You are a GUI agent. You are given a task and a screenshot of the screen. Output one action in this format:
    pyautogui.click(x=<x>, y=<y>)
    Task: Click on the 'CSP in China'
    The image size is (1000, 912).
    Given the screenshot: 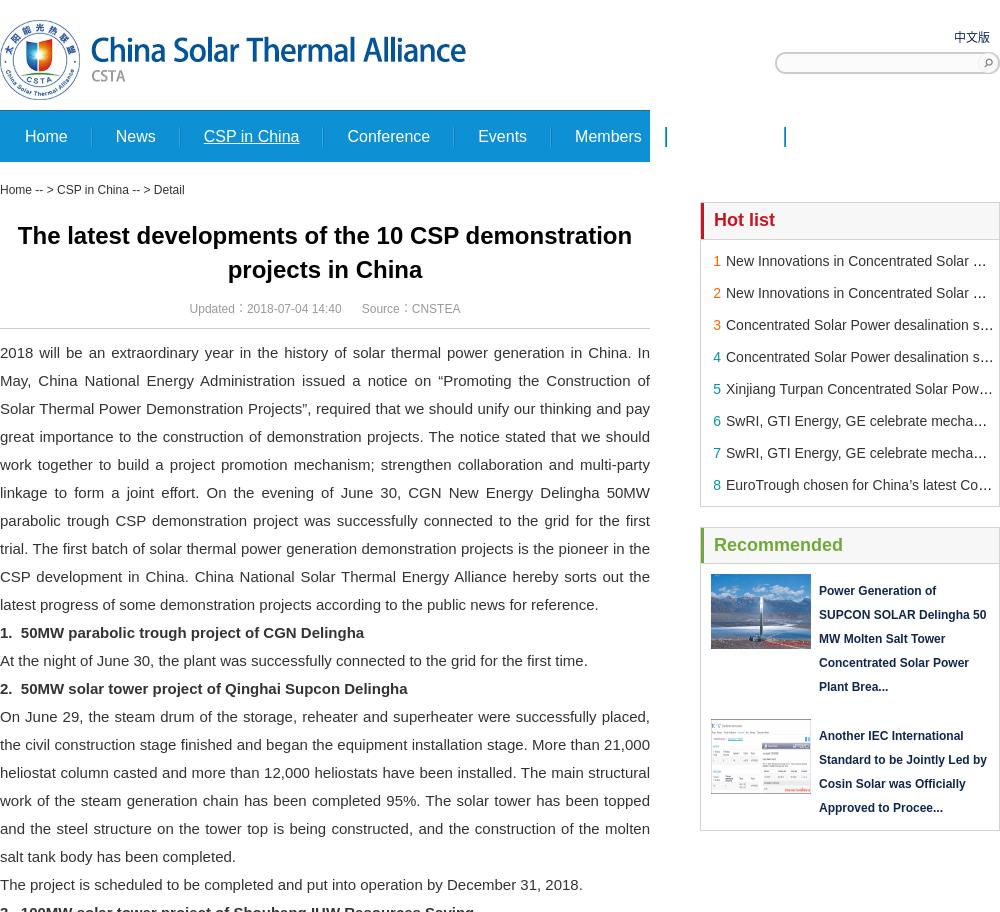 What is the action you would take?
    pyautogui.click(x=57, y=189)
    